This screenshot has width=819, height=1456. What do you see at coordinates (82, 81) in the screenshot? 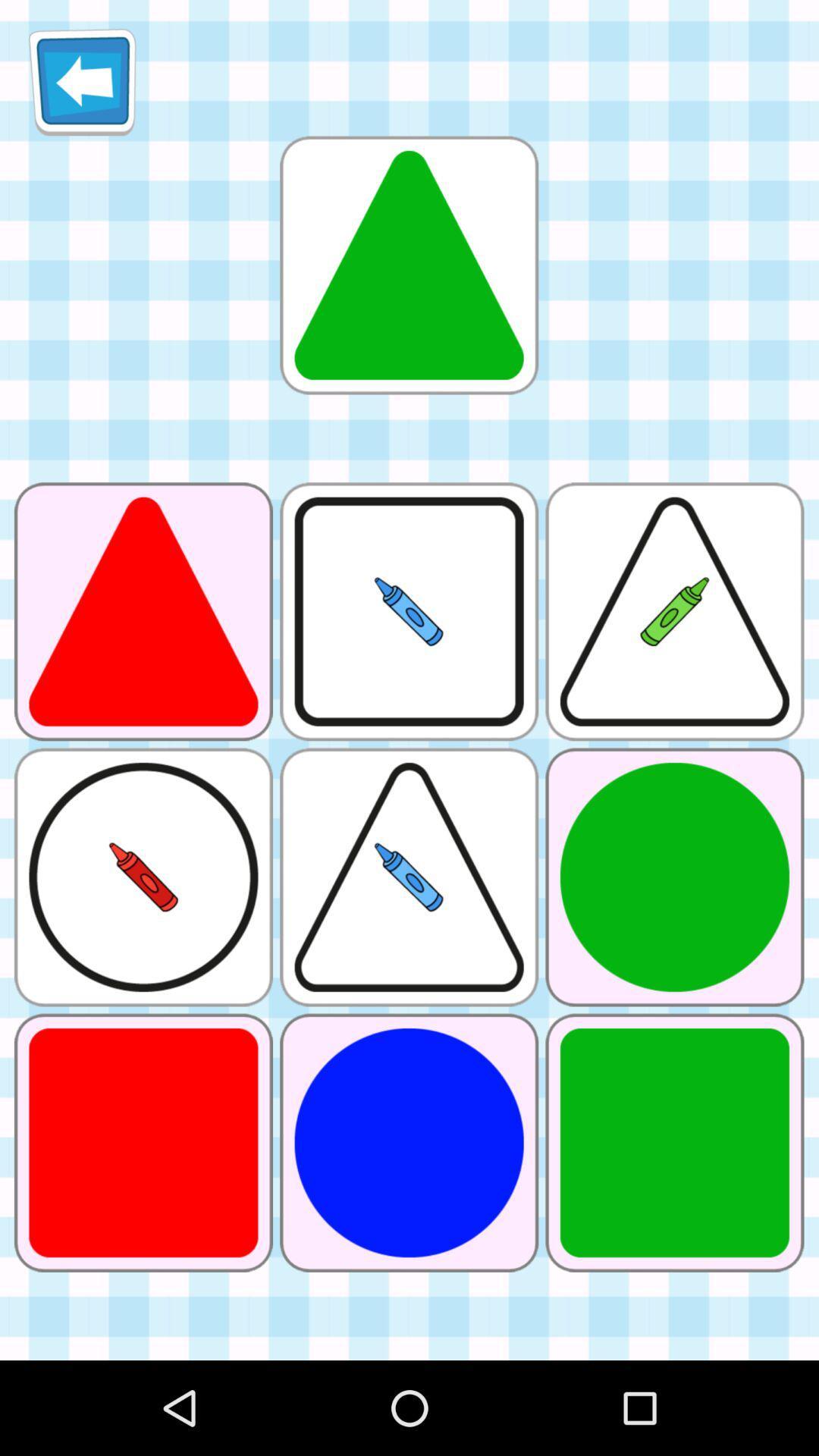
I see `goto previous` at bounding box center [82, 81].